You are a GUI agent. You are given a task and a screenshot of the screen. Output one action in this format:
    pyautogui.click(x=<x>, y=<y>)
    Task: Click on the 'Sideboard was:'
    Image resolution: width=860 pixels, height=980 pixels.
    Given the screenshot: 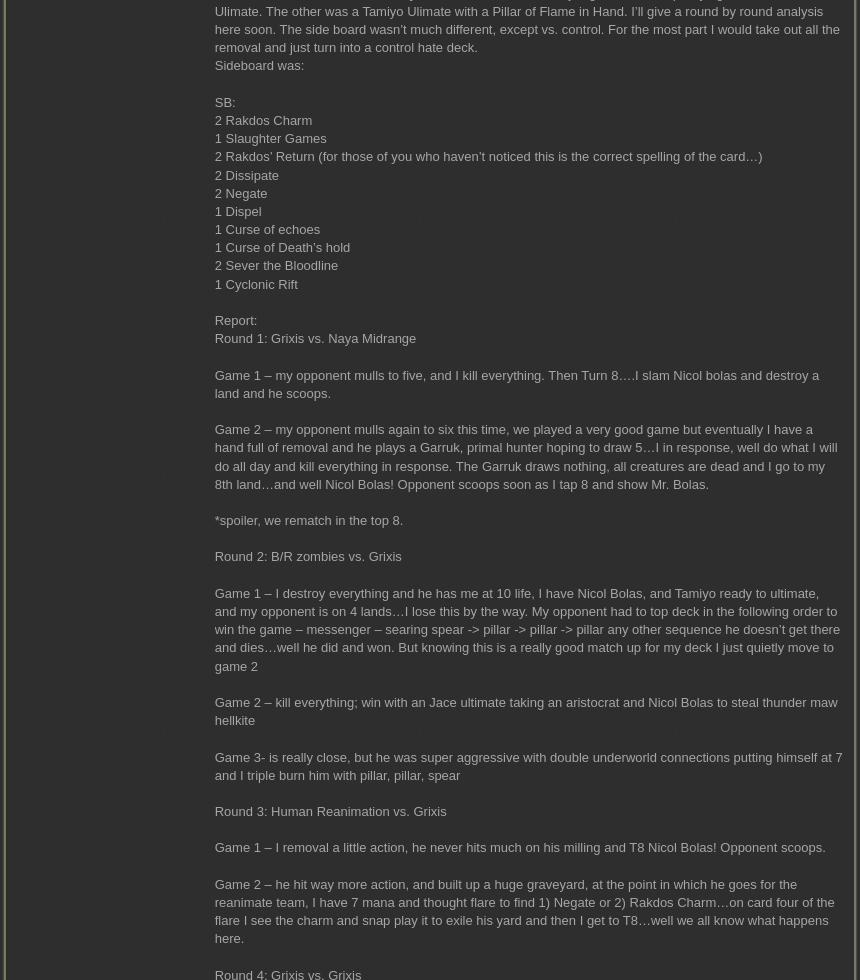 What is the action you would take?
    pyautogui.click(x=212, y=65)
    